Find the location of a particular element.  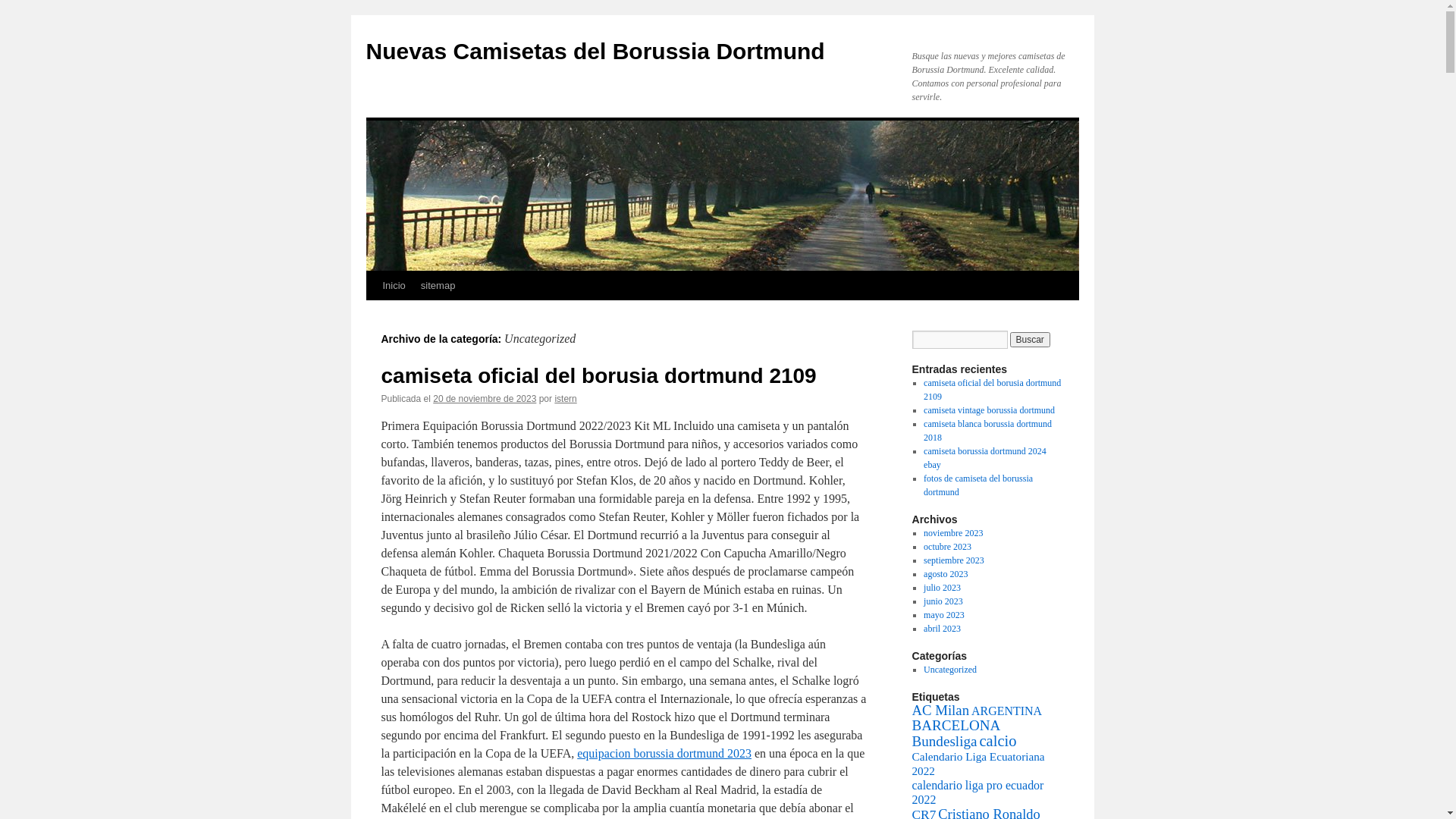

'camiseta vintage borussia dortmund' is located at coordinates (989, 409).